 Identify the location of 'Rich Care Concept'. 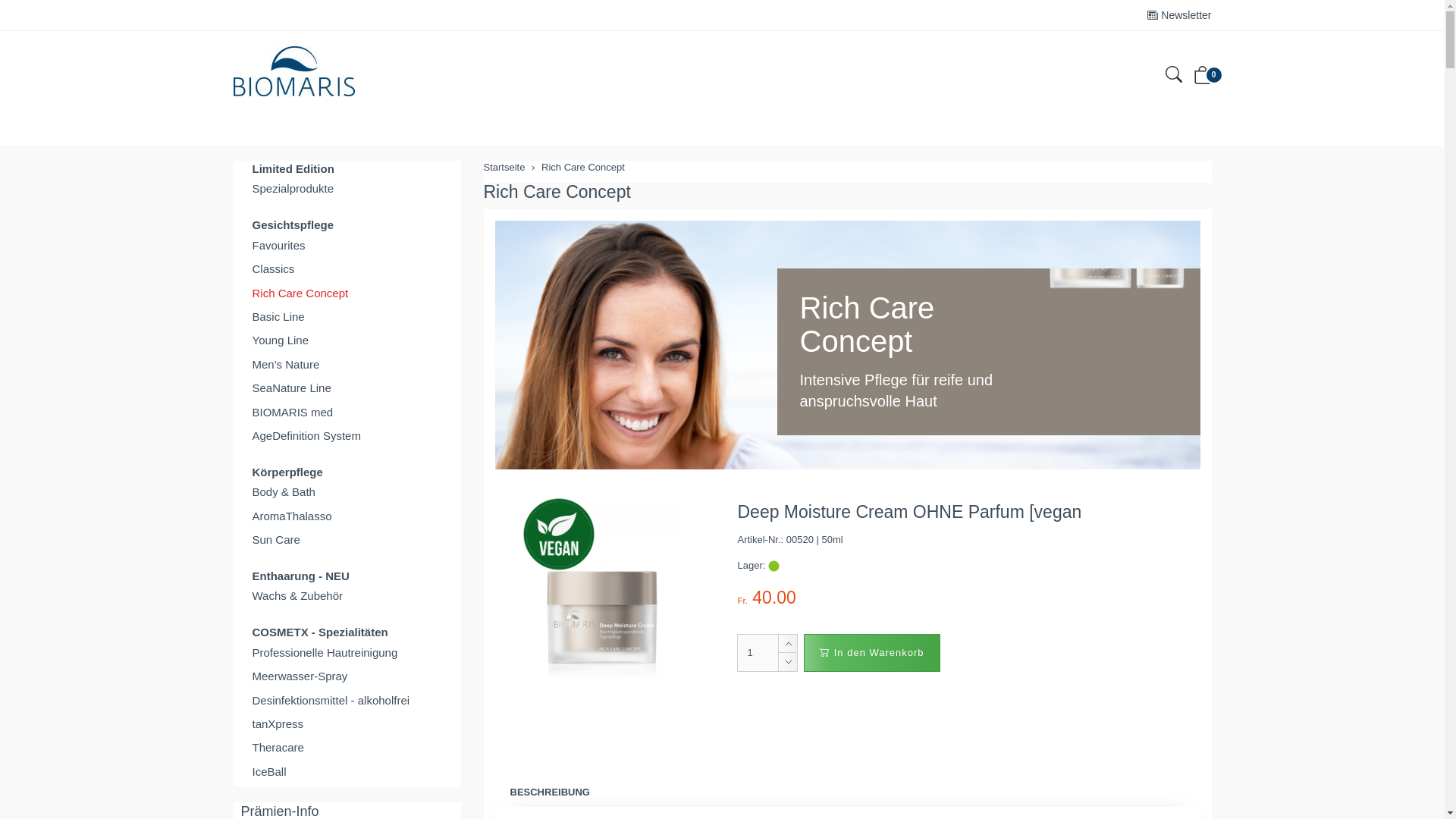
(346, 293).